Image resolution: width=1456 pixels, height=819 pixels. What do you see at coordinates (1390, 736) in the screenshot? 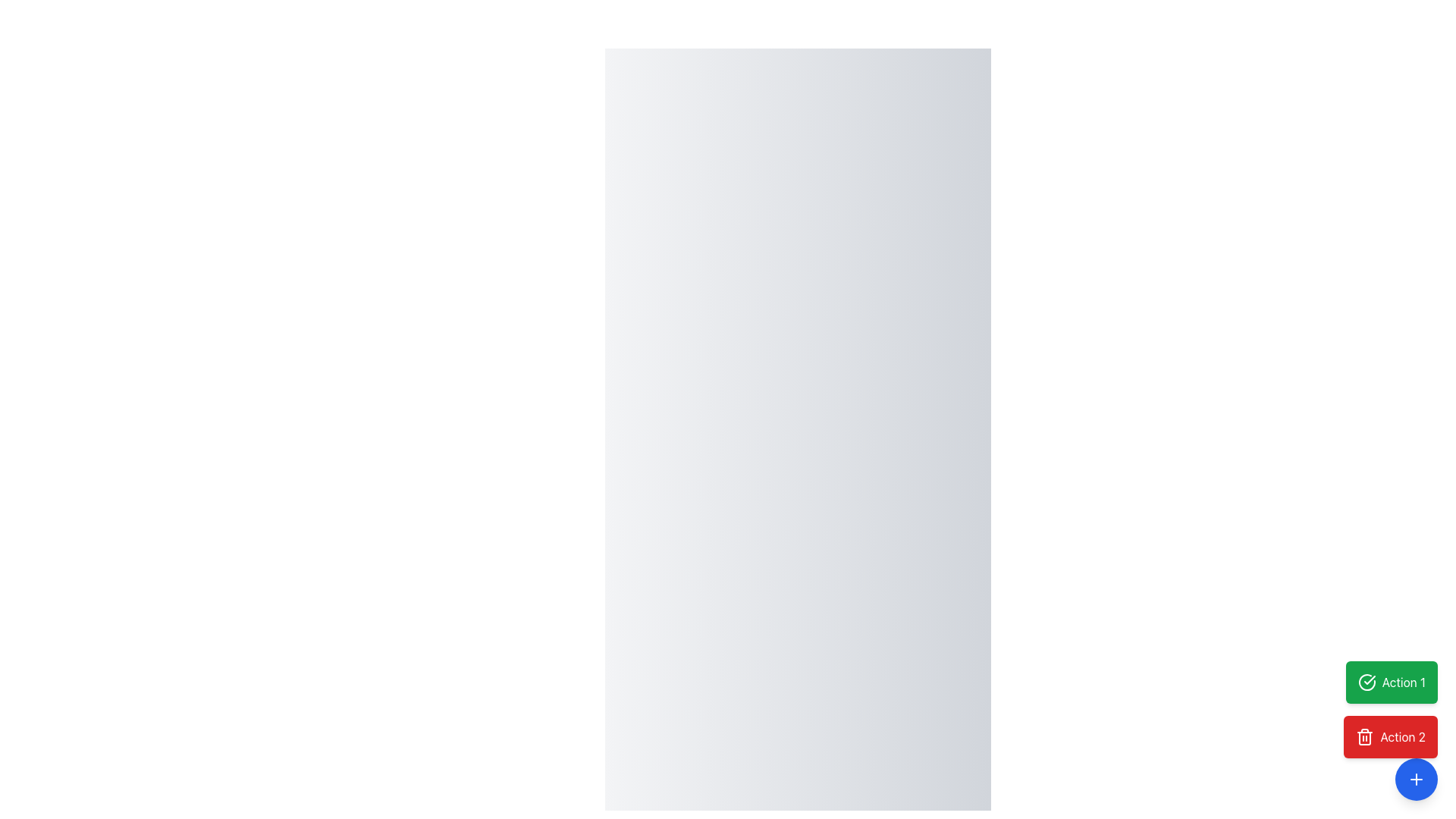
I see `the 'Action 2' button, which is the second button in a vertical stack, colored red with a trash icon, located near the bottom right corner of the interface` at bounding box center [1390, 736].